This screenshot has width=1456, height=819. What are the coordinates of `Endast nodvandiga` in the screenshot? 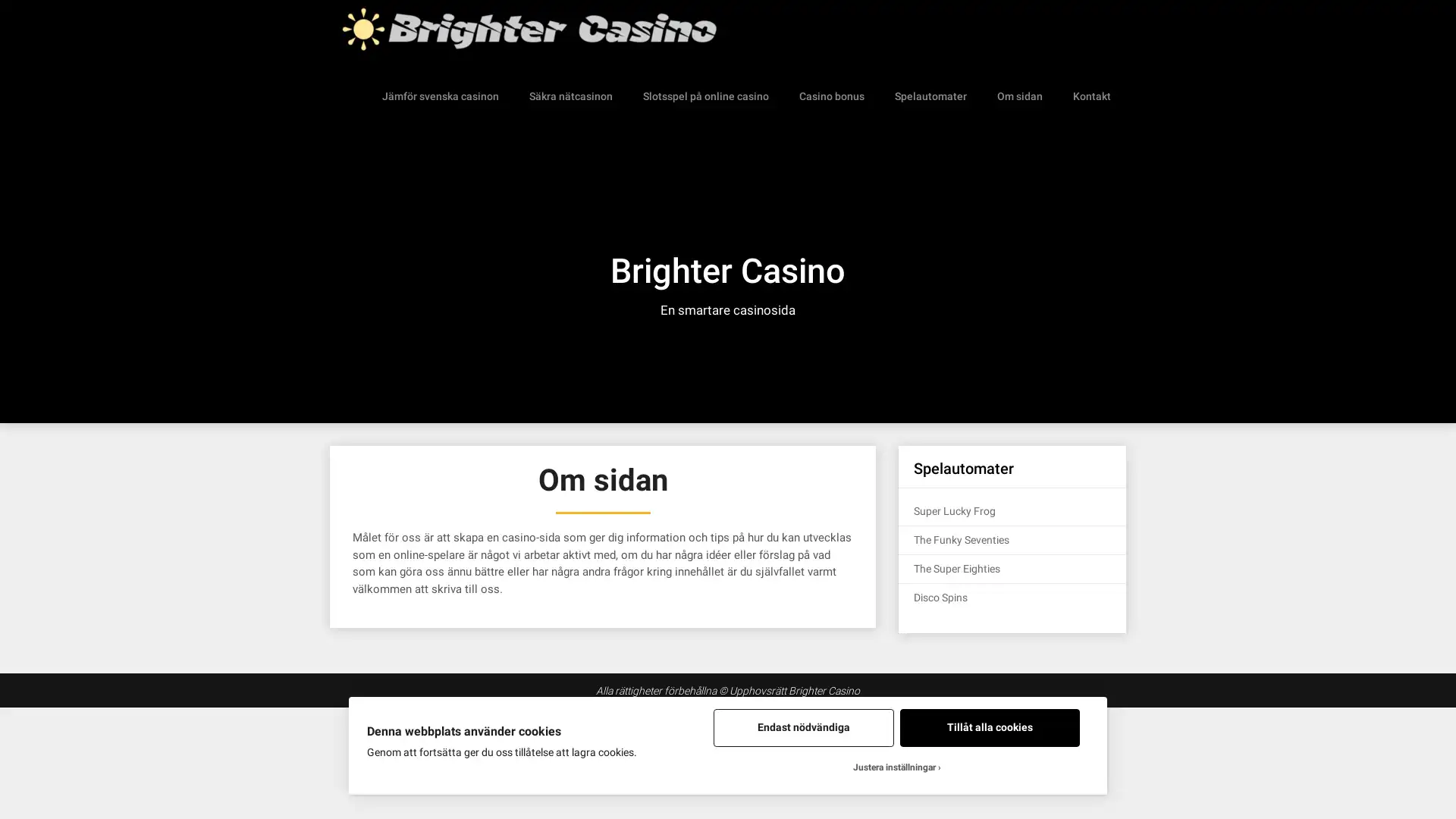 It's located at (802, 726).